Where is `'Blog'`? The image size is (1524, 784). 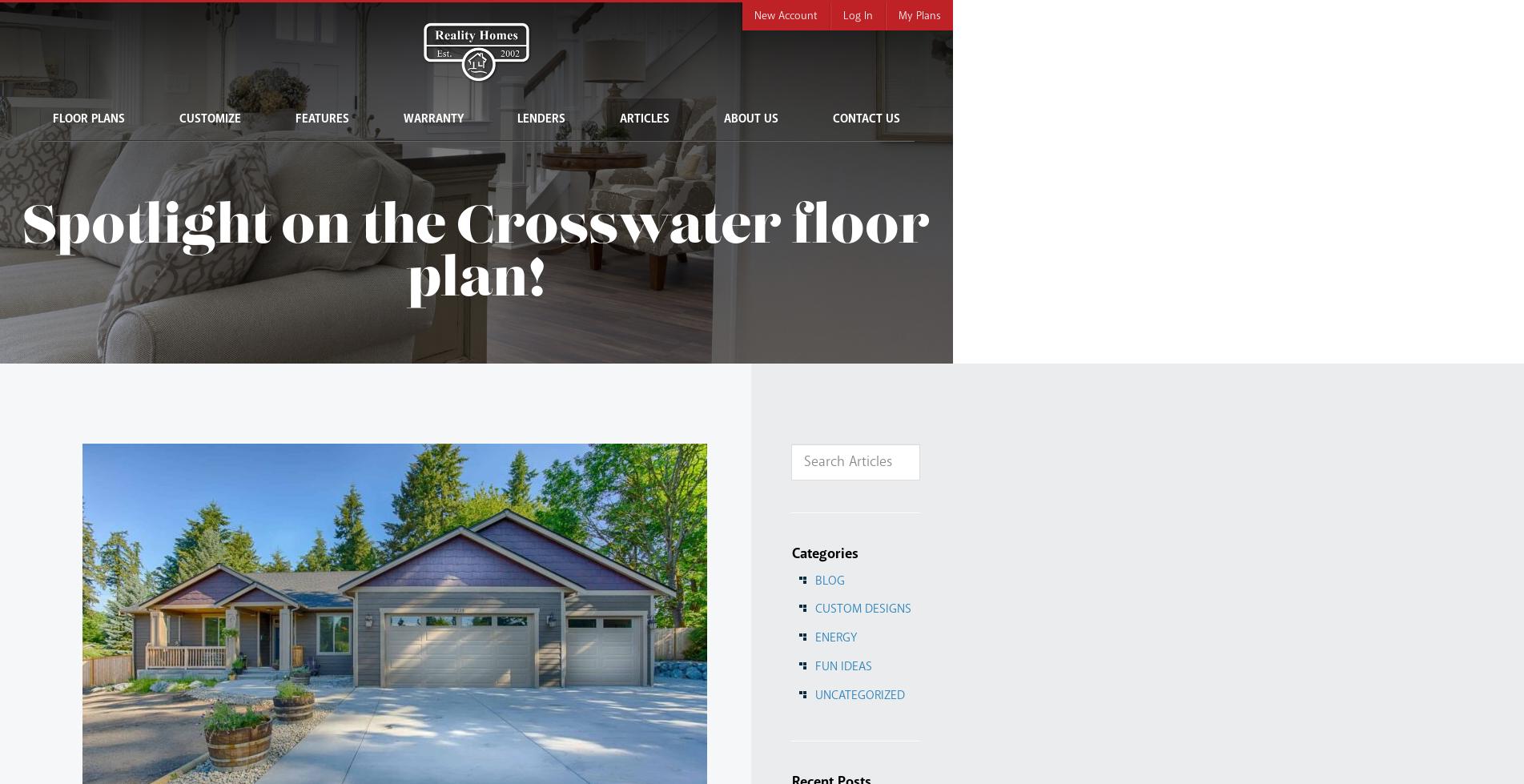 'Blog' is located at coordinates (828, 579).